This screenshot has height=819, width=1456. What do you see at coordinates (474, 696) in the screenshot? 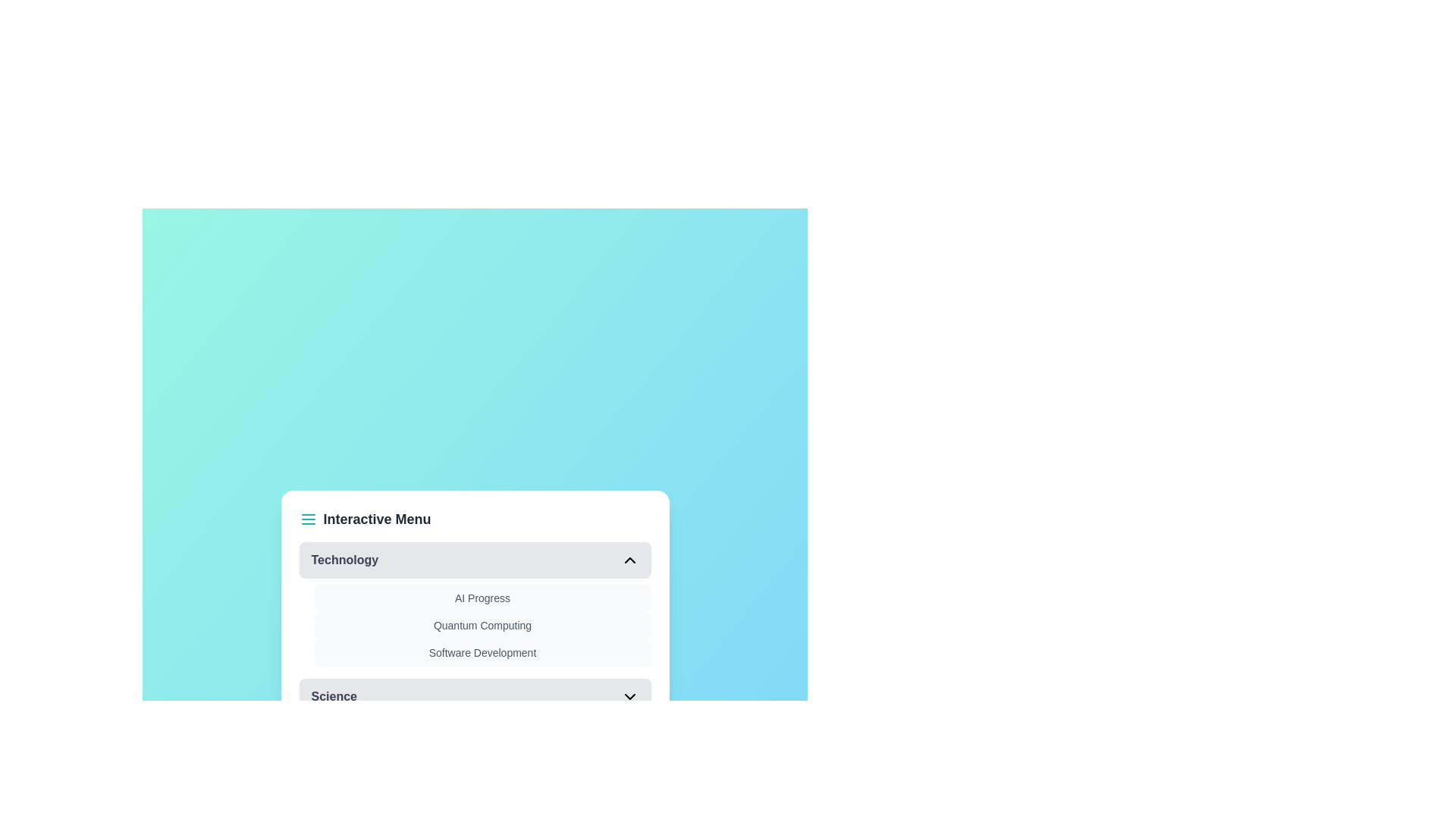
I see `the Science Header to observe the hover effect` at bounding box center [474, 696].